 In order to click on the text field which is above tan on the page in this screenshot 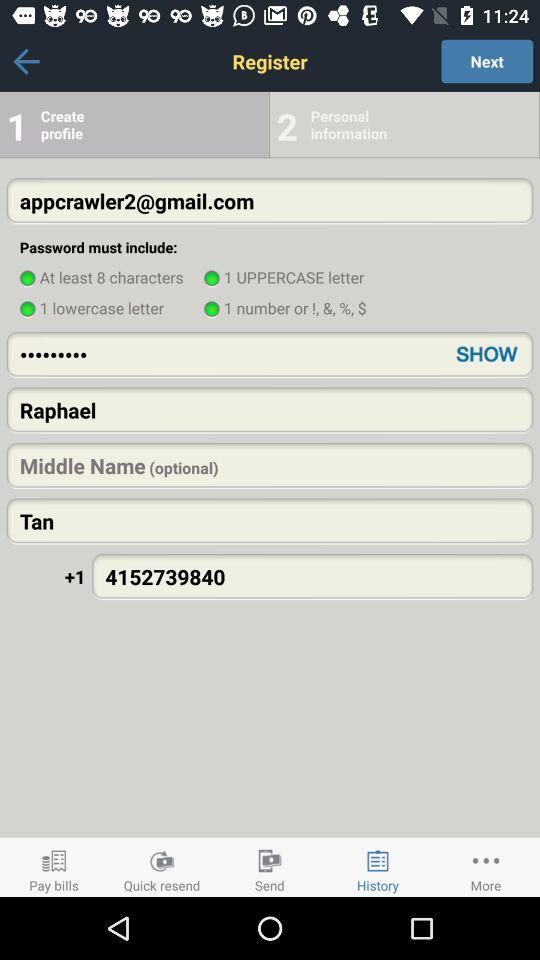, I will do `click(270, 465)`.